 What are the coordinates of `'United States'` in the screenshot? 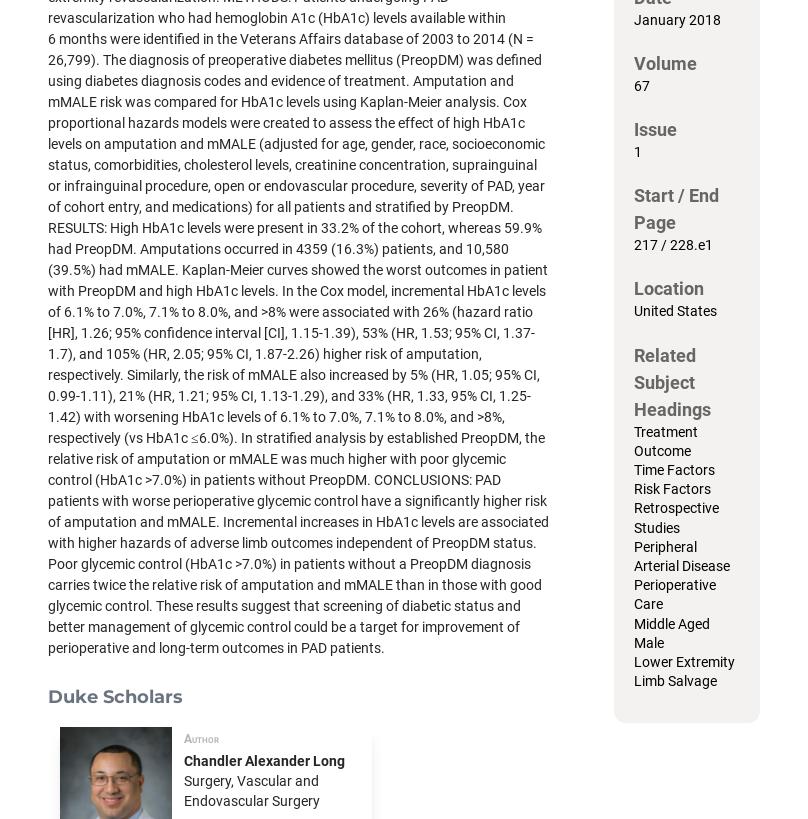 It's located at (675, 310).